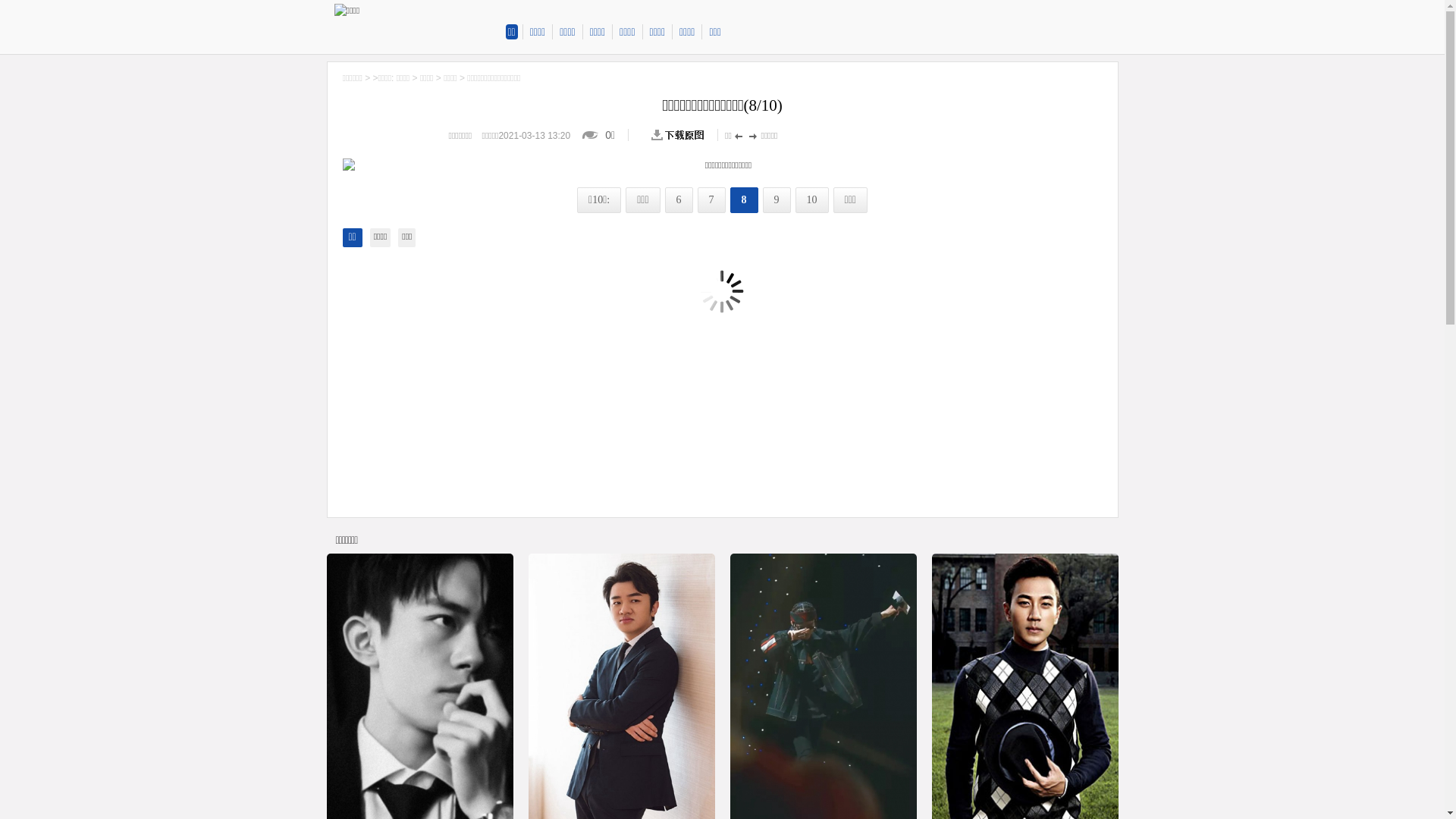 This screenshot has width=1456, height=819. Describe the element at coordinates (711, 199) in the screenshot. I see `'7'` at that location.